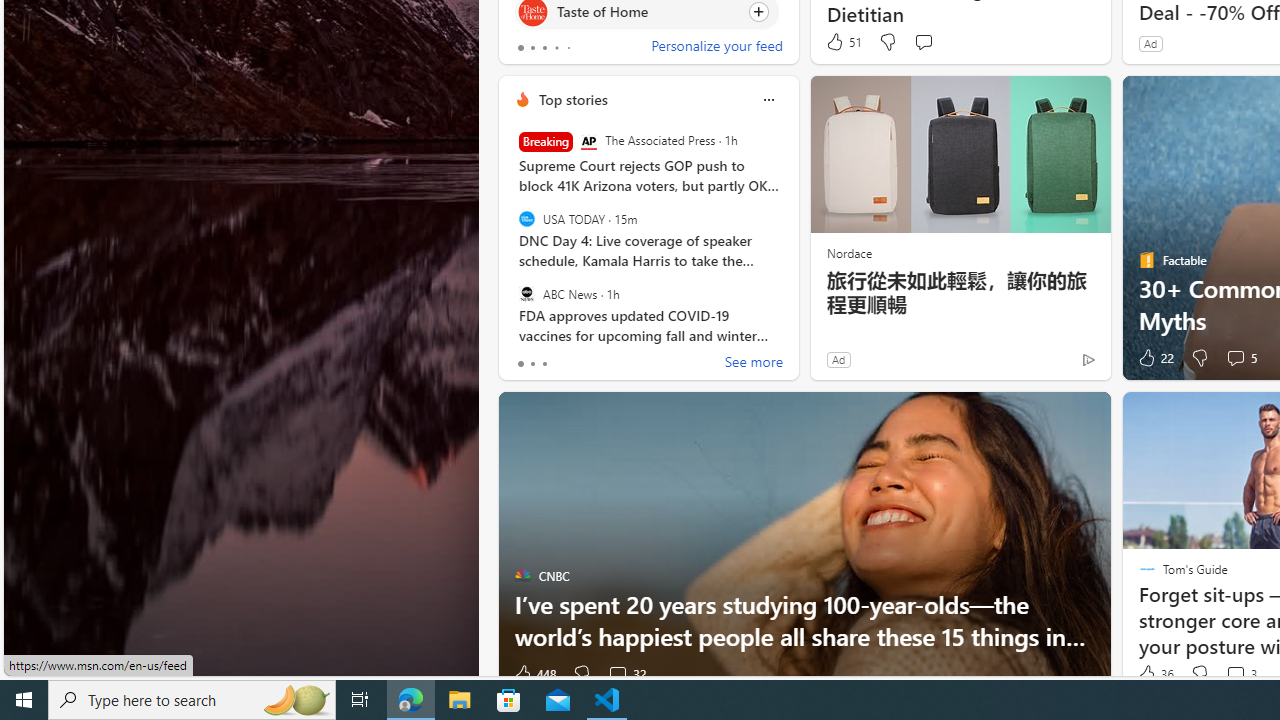  What do you see at coordinates (534, 674) in the screenshot?
I see `'448 Like'` at bounding box center [534, 674].